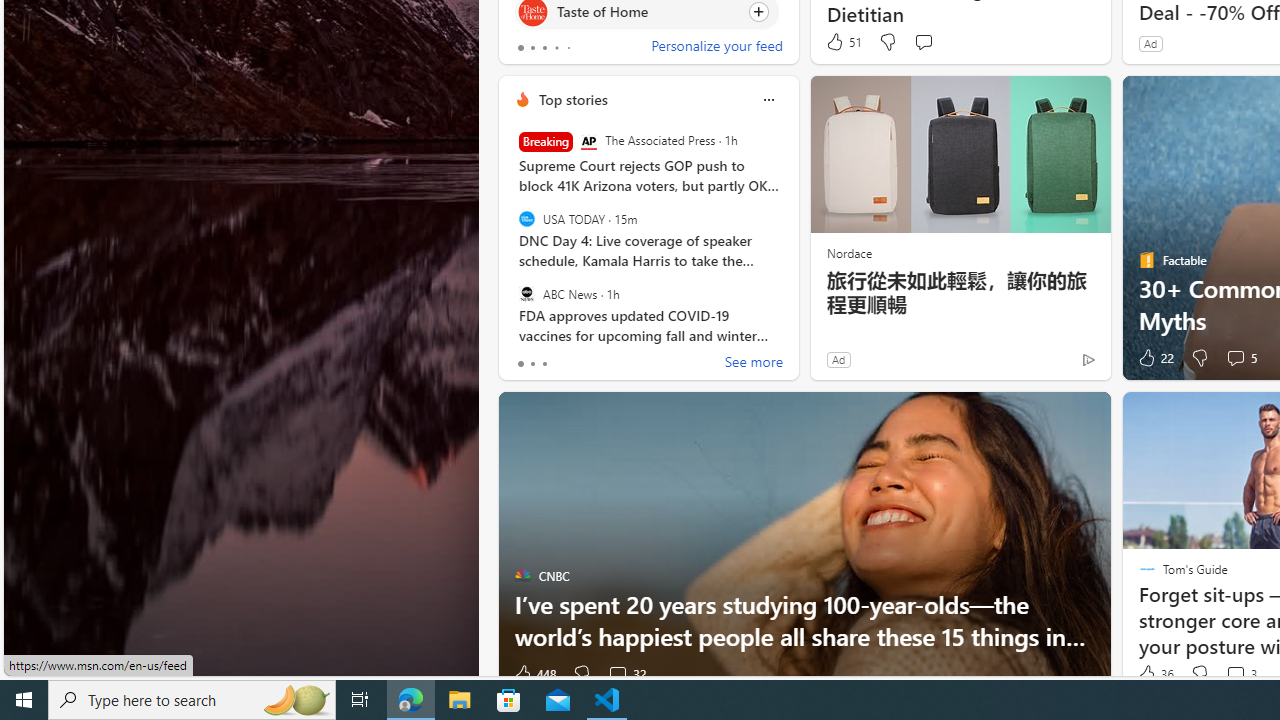  What do you see at coordinates (534, 674) in the screenshot?
I see `'448 Like'` at bounding box center [534, 674].